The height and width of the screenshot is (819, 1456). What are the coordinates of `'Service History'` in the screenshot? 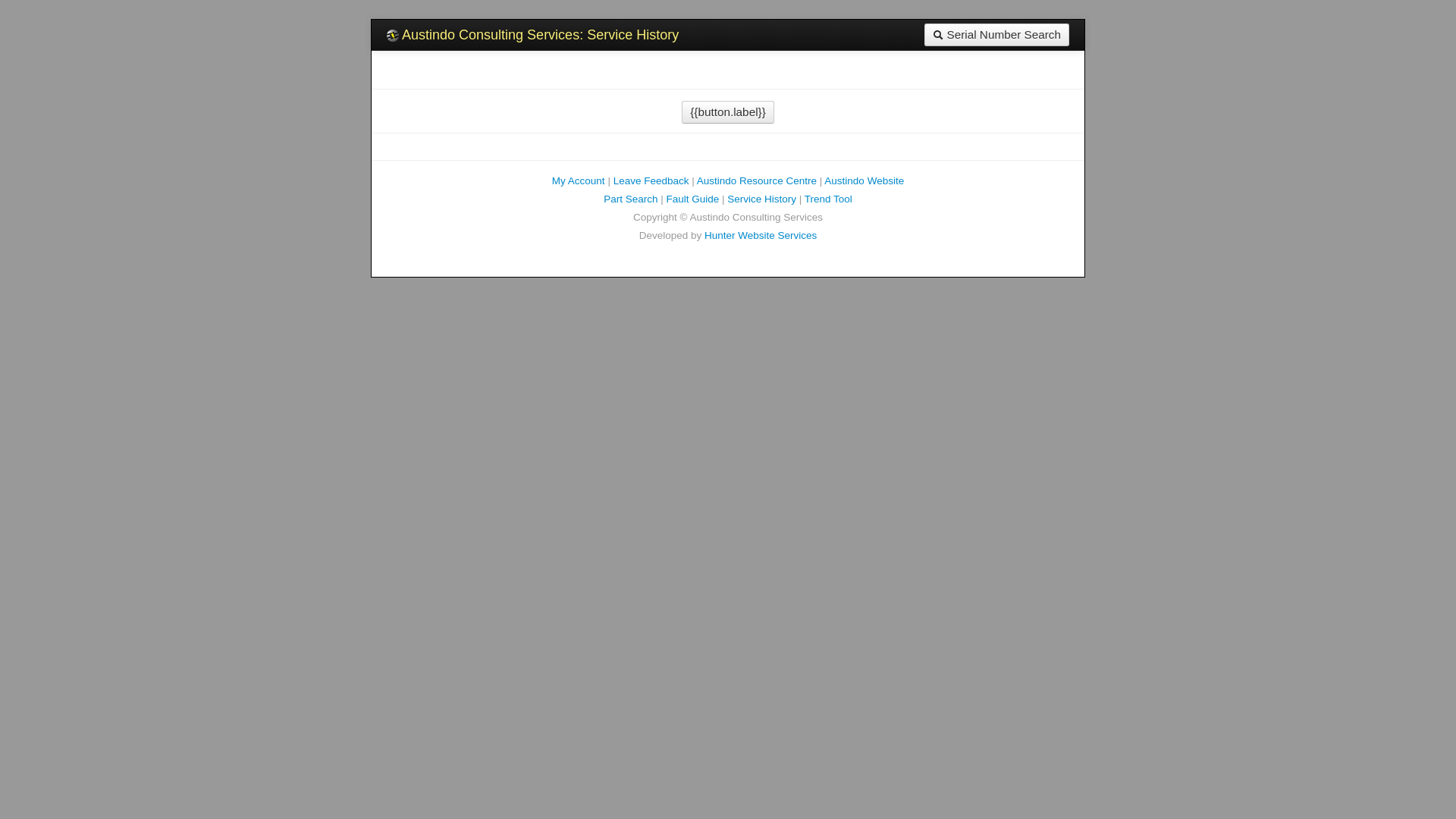 It's located at (761, 198).